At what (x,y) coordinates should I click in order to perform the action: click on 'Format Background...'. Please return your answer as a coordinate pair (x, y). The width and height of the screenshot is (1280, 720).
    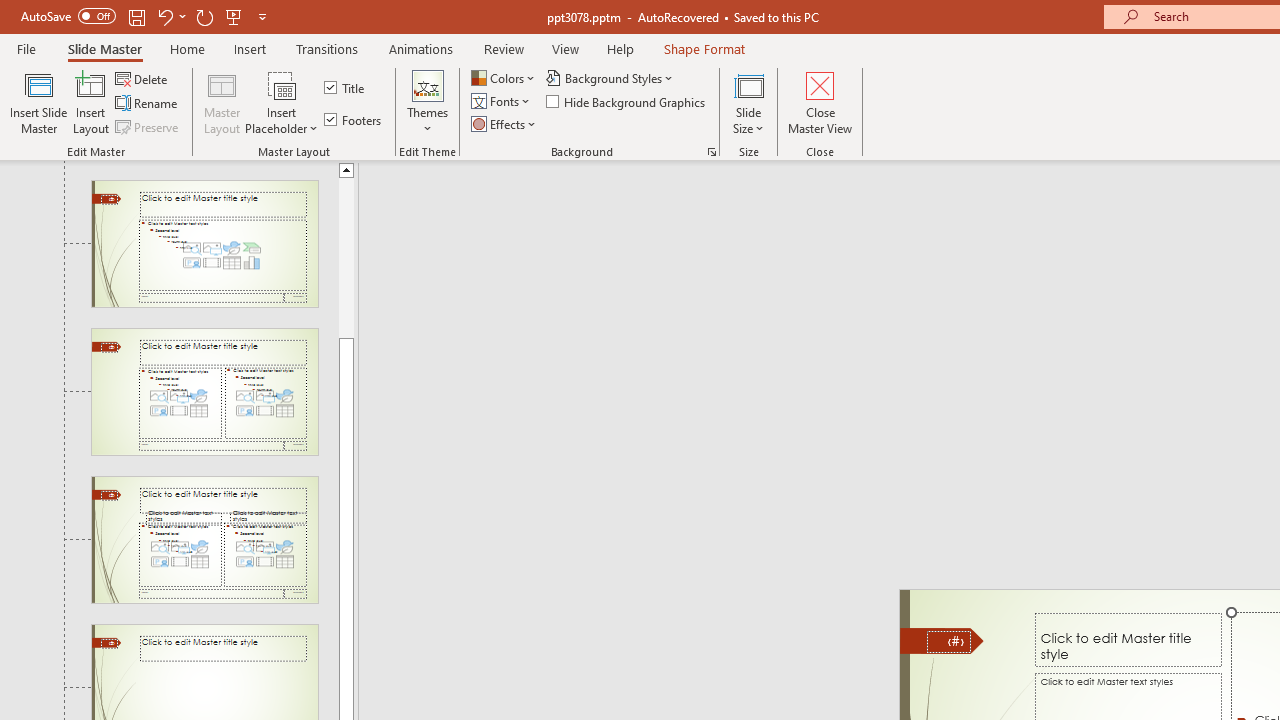
    Looking at the image, I should click on (711, 150).